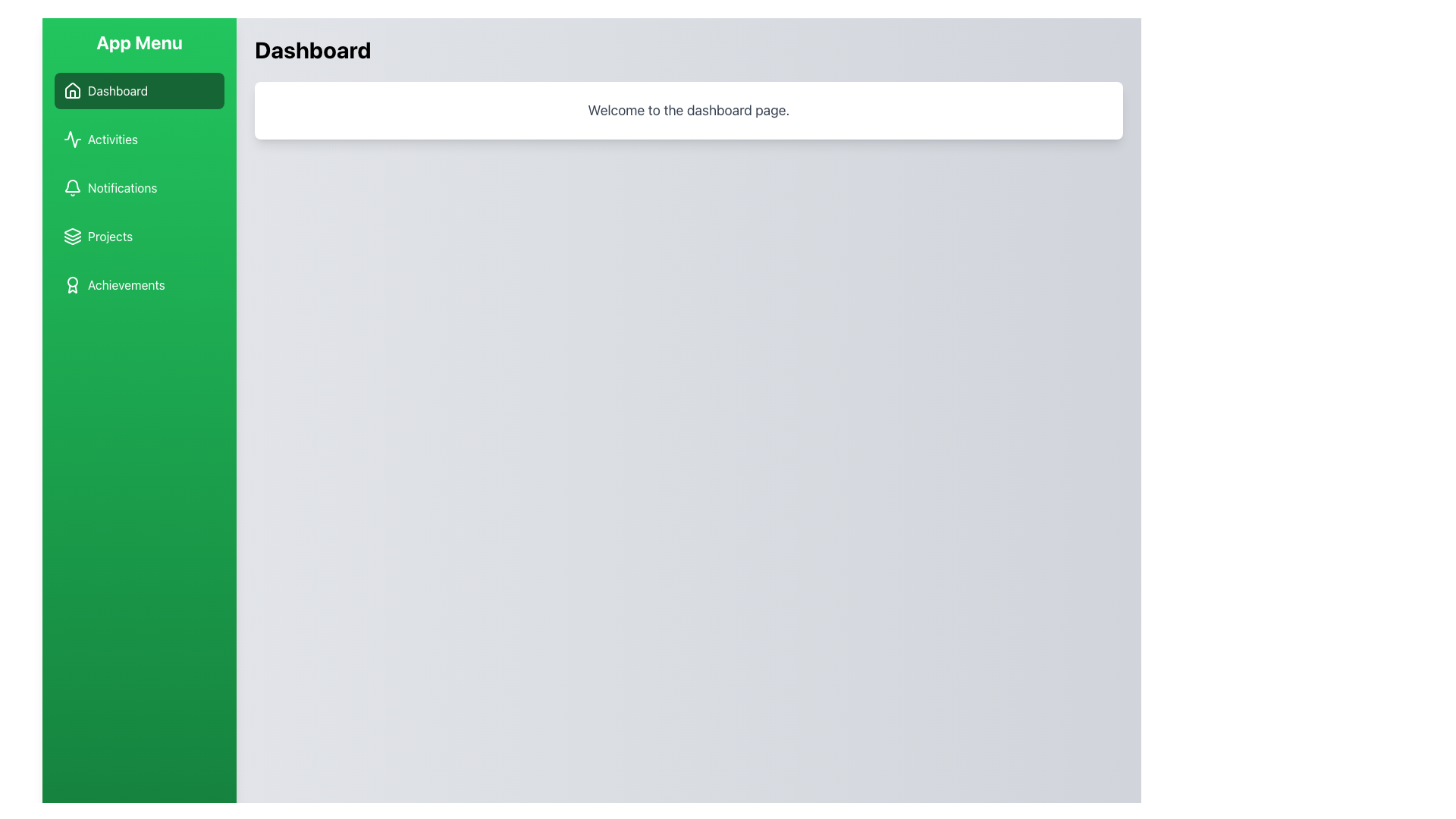  I want to click on the topmost triangle in the SVG graphic icon located in the sidebar, adjacent to the 'Projects' menu item, so click(72, 233).